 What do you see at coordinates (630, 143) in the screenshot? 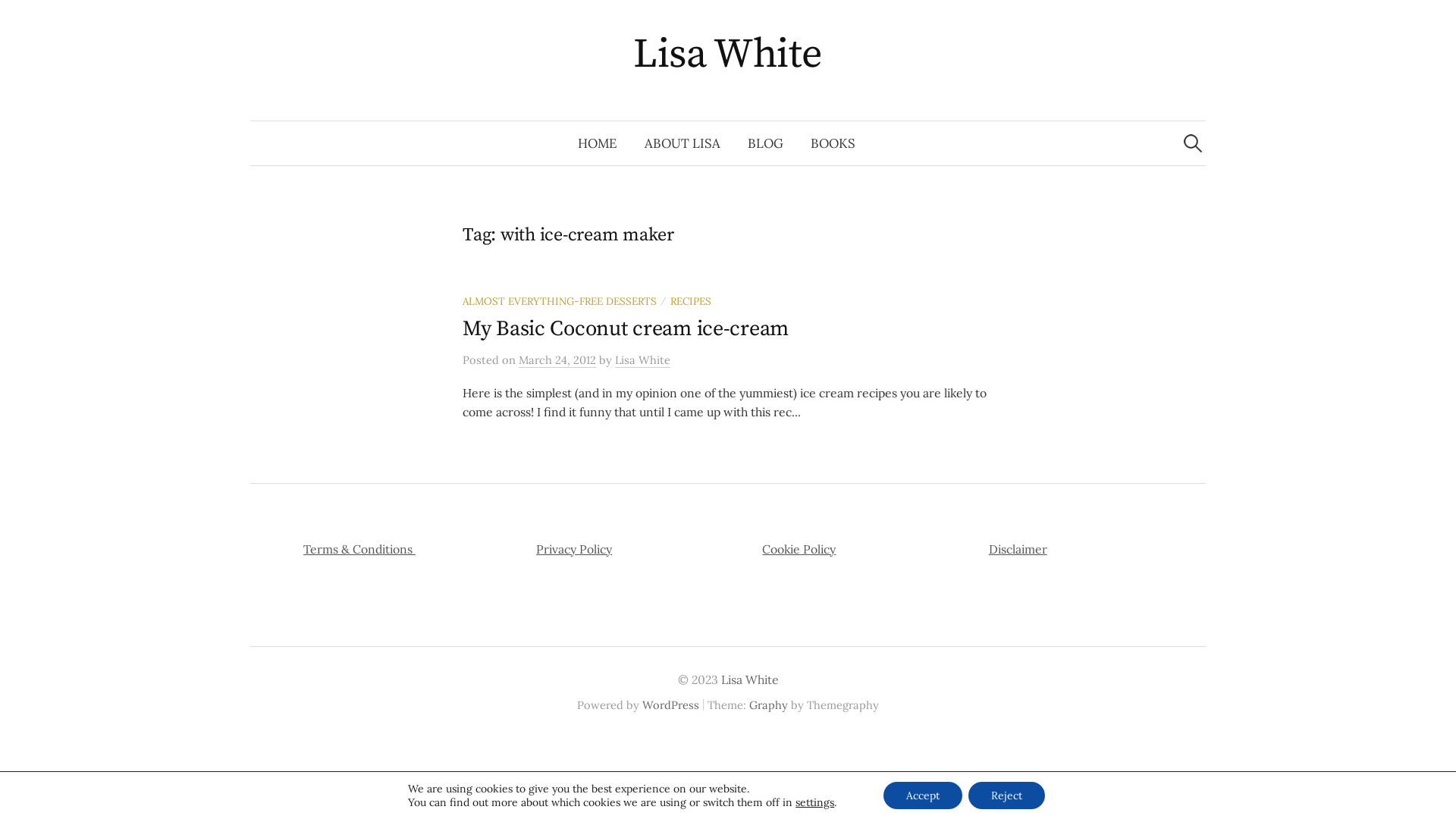
I see `'ABOUT LISA'` at bounding box center [630, 143].